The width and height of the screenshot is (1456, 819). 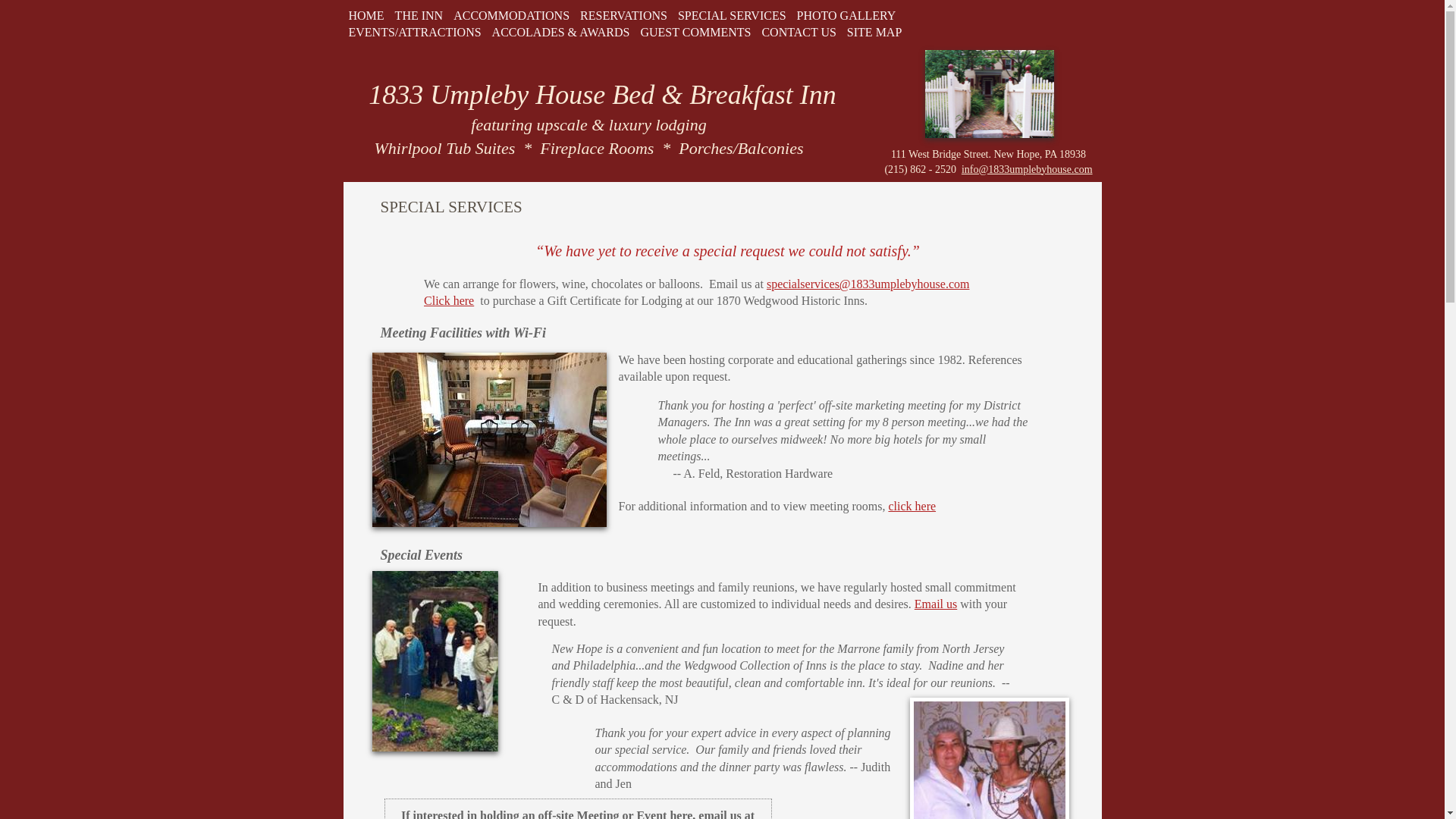 I want to click on 'Email us', so click(x=934, y=603).